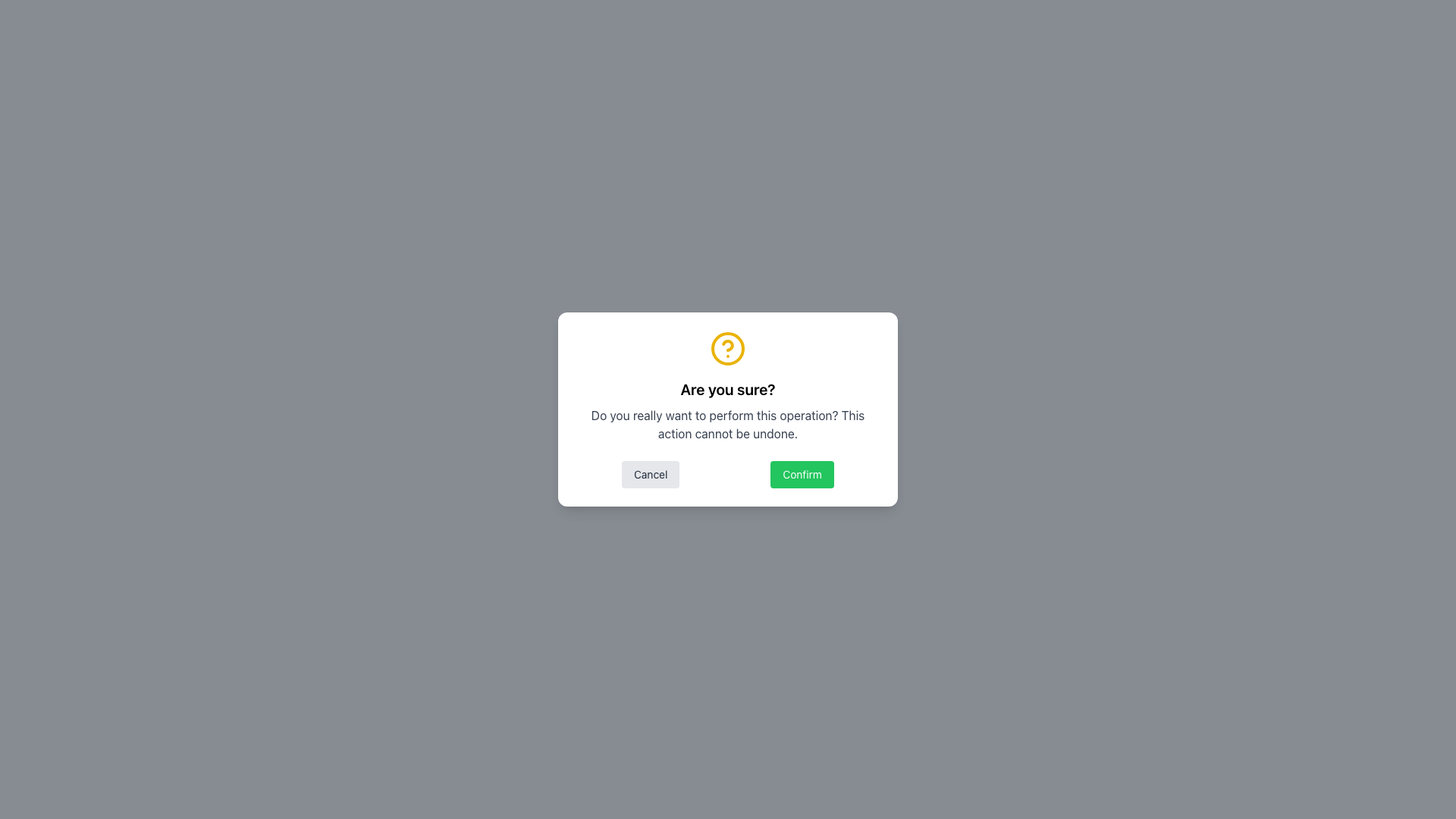 The width and height of the screenshot is (1456, 819). What do you see at coordinates (802, 473) in the screenshot?
I see `the confirm button located at the bottom right of the modal dialog` at bounding box center [802, 473].